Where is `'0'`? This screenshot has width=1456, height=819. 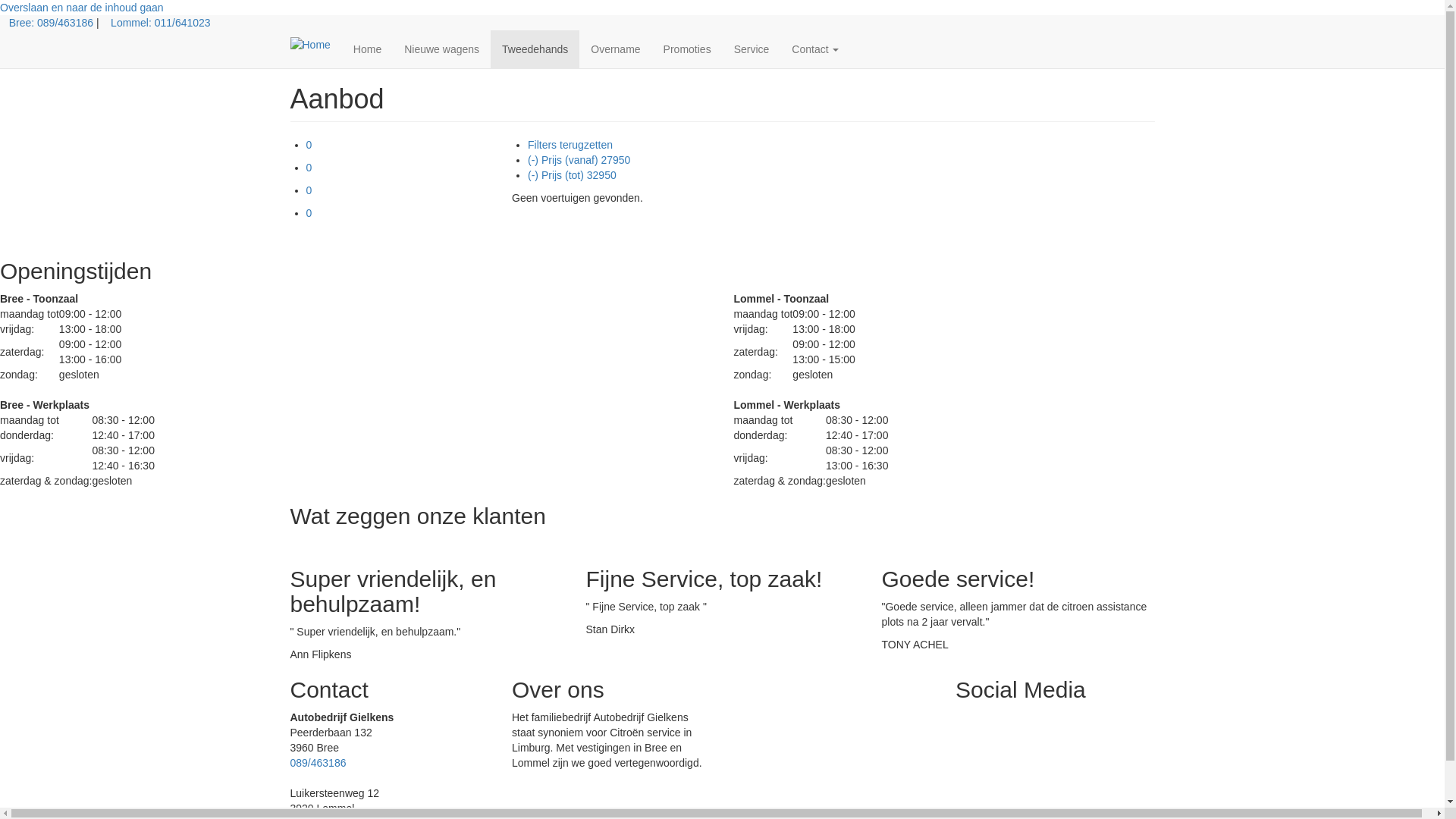
'0' is located at coordinates (309, 167).